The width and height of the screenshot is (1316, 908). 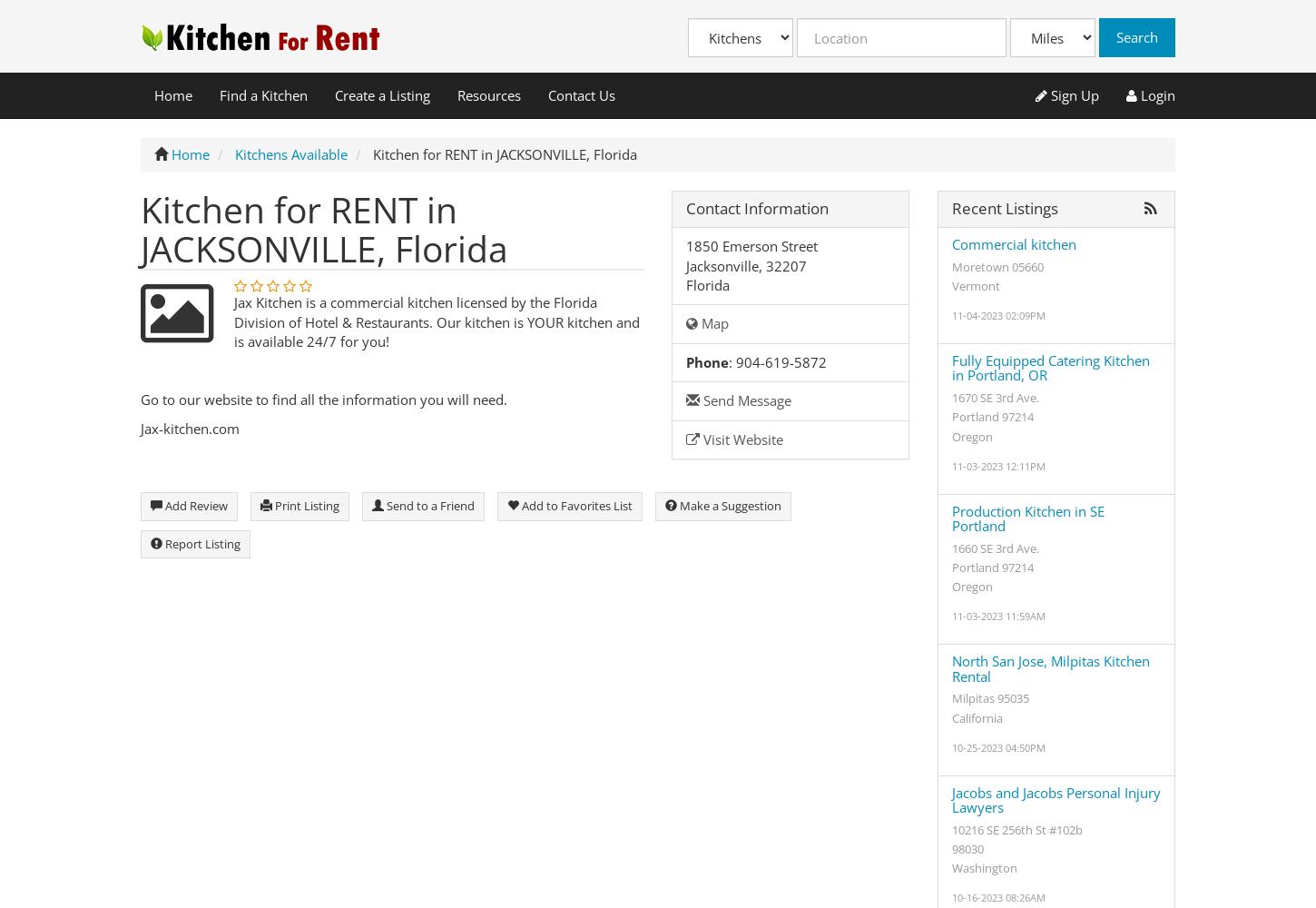 I want to click on '11-04-2023 02:09PM', so click(x=997, y=314).